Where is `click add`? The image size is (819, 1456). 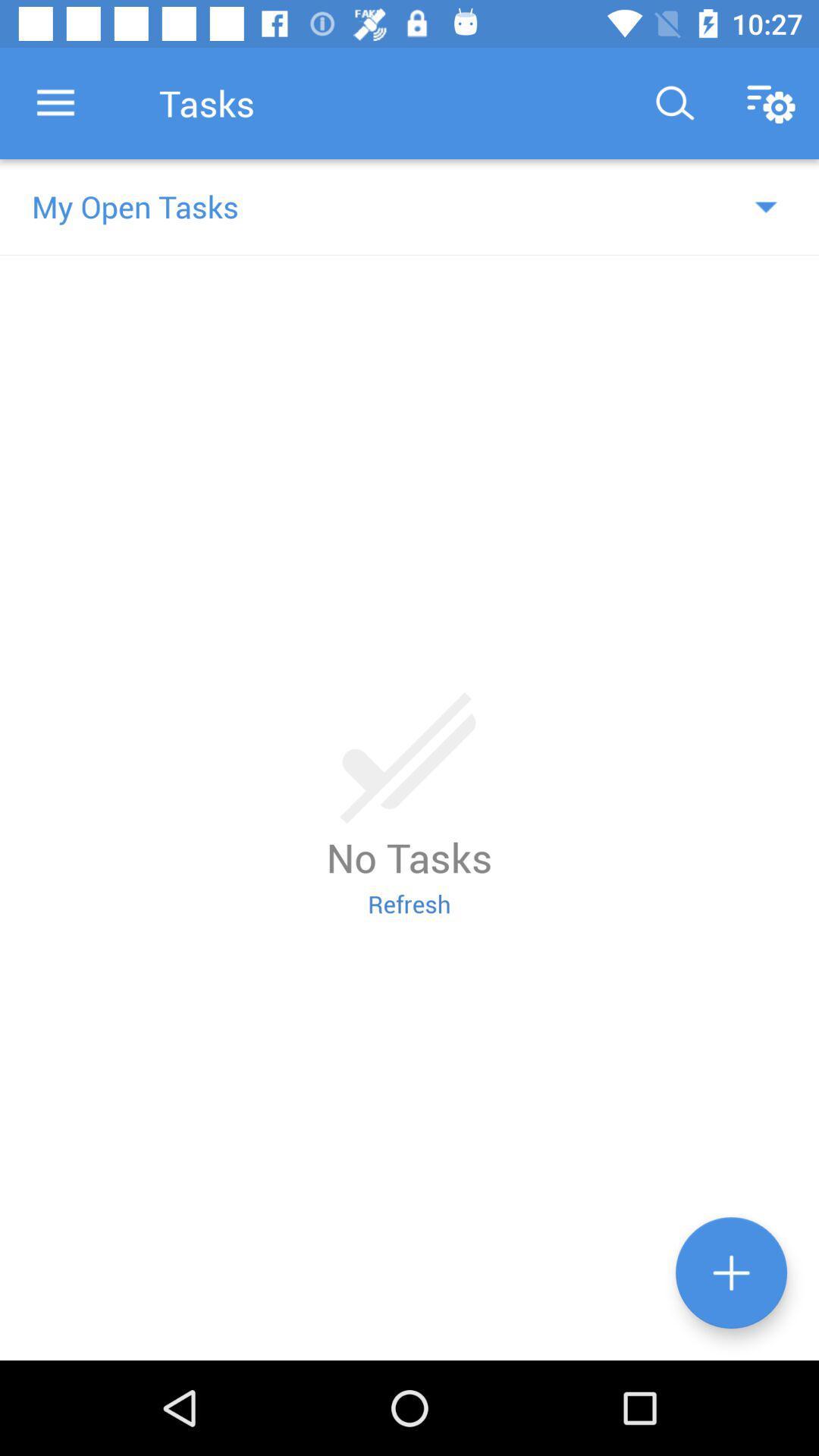
click add is located at coordinates (730, 1272).